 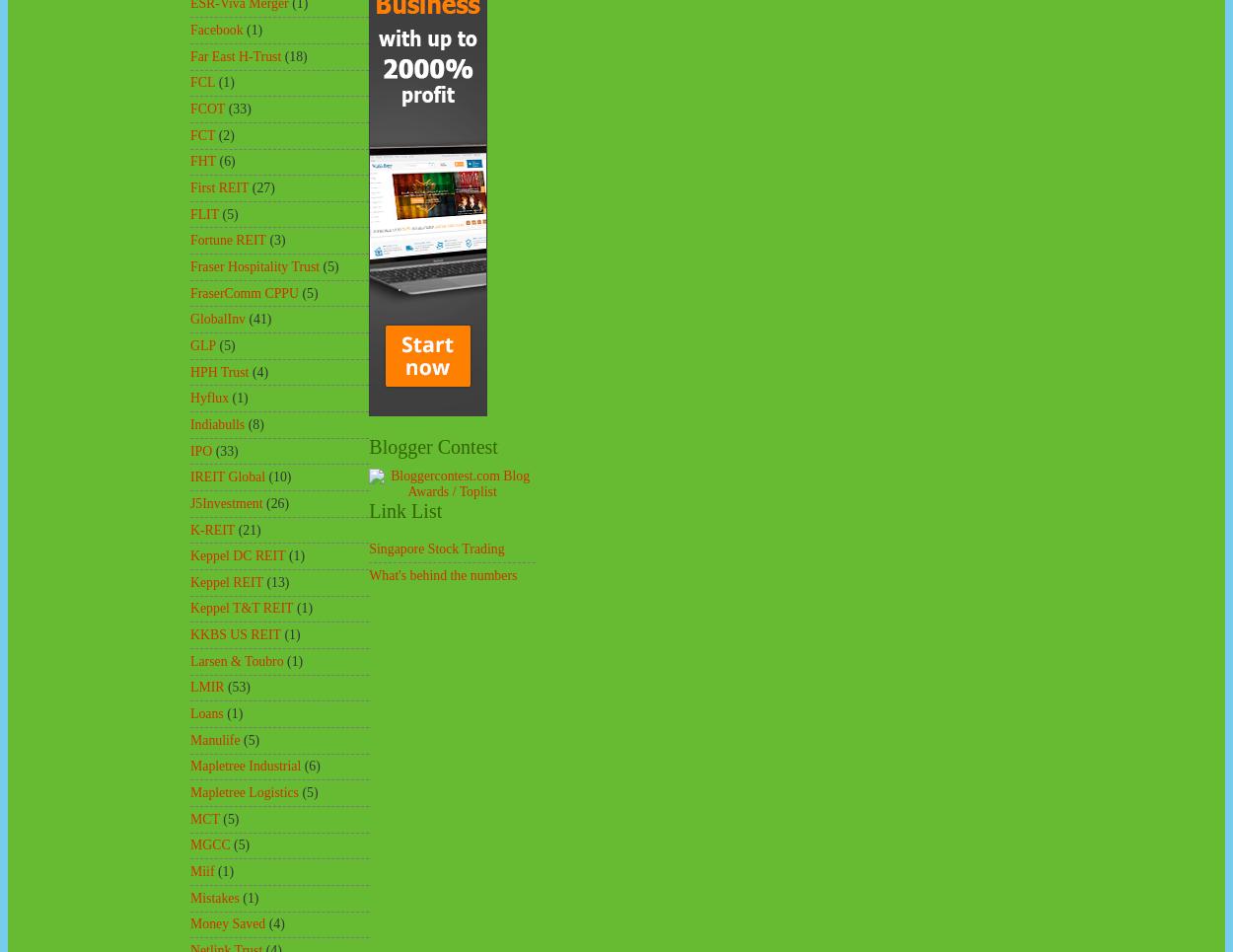 I want to click on 'Fraser Hospitality Trust', so click(x=254, y=265).